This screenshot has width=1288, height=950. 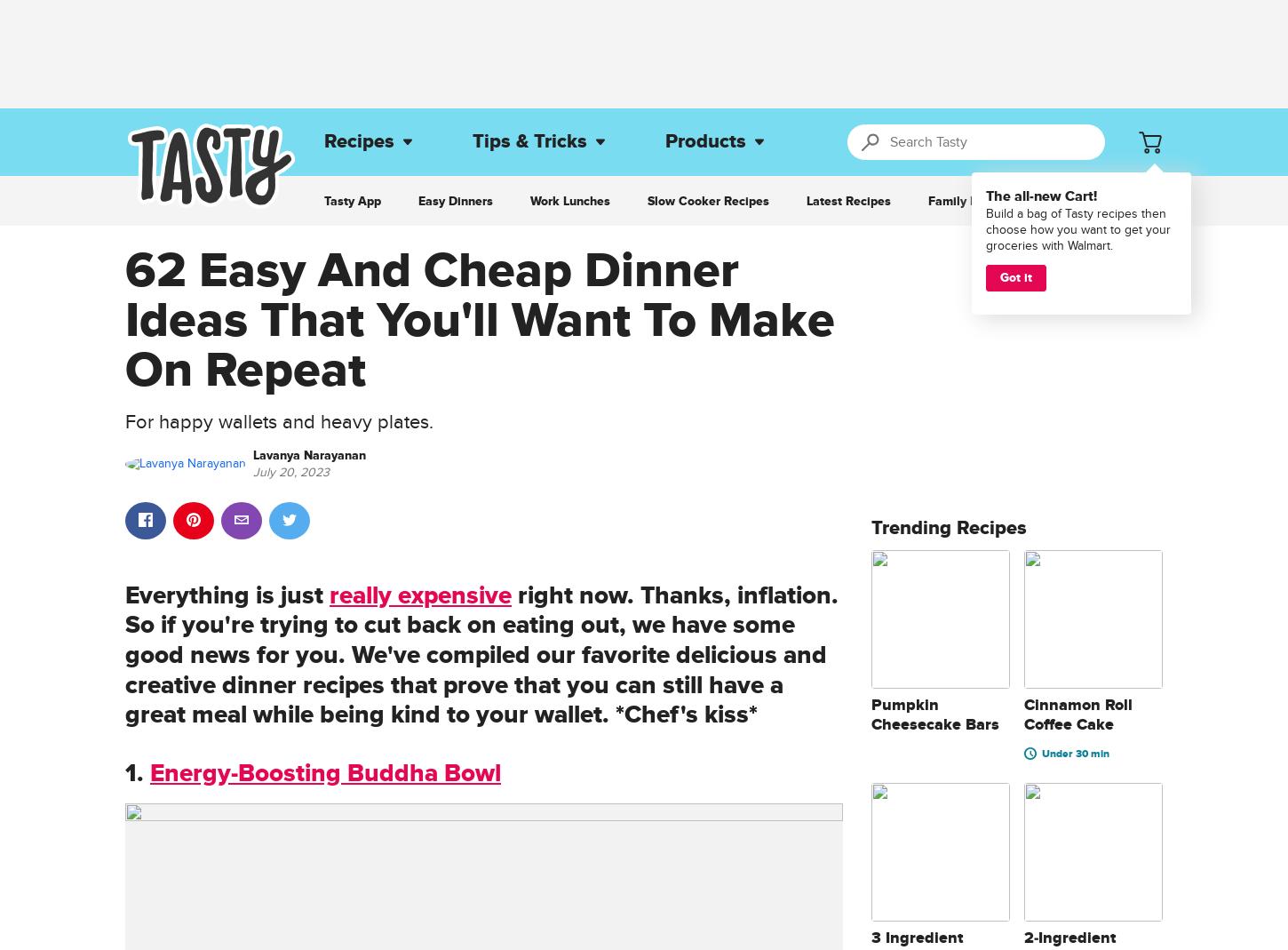 What do you see at coordinates (569, 200) in the screenshot?
I see `'Work Lunches'` at bounding box center [569, 200].